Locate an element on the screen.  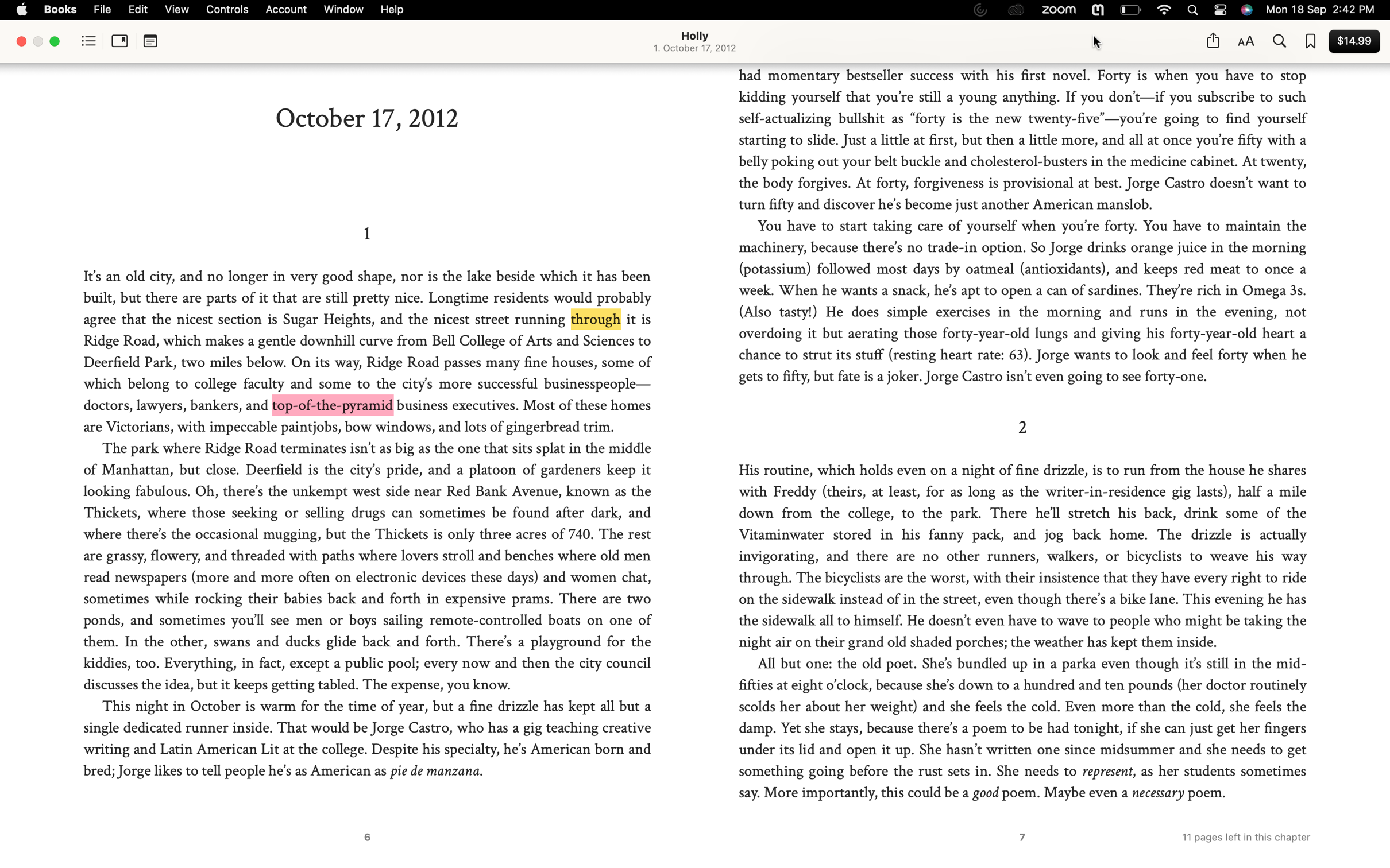
Buy the current book is located at coordinates (1353, 41).